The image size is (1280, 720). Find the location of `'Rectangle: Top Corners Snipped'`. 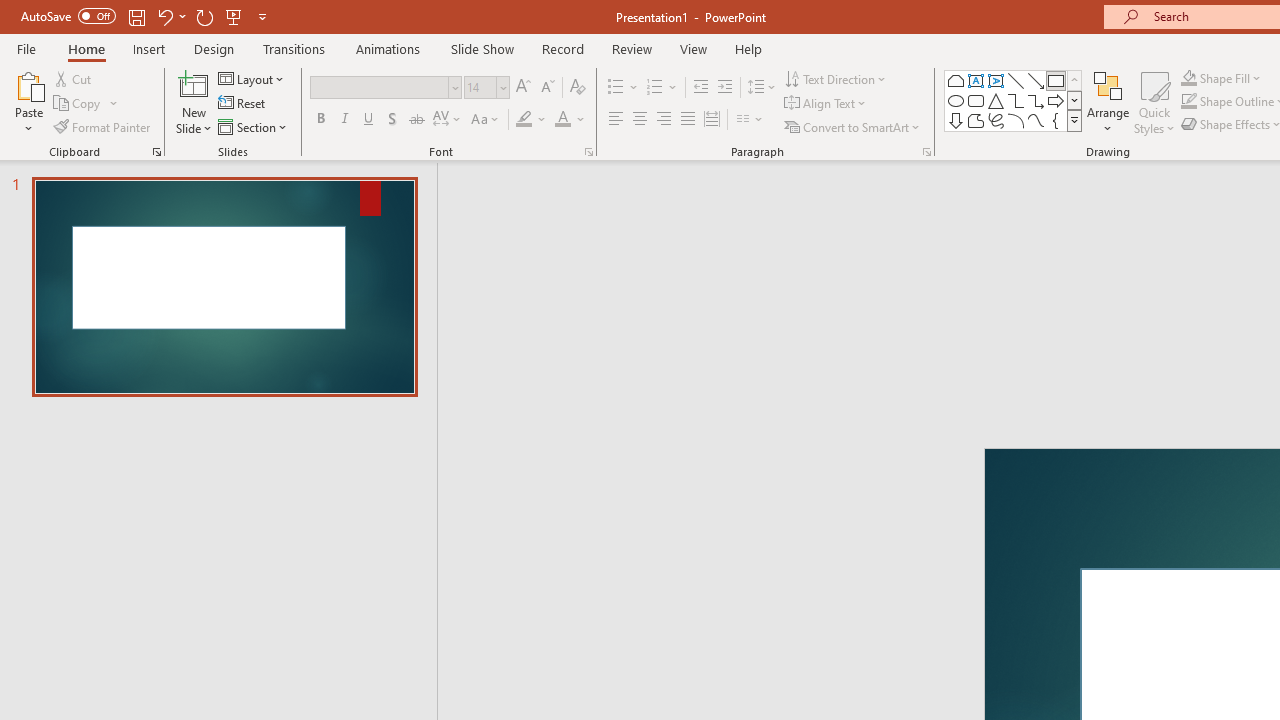

'Rectangle: Top Corners Snipped' is located at coordinates (955, 80).